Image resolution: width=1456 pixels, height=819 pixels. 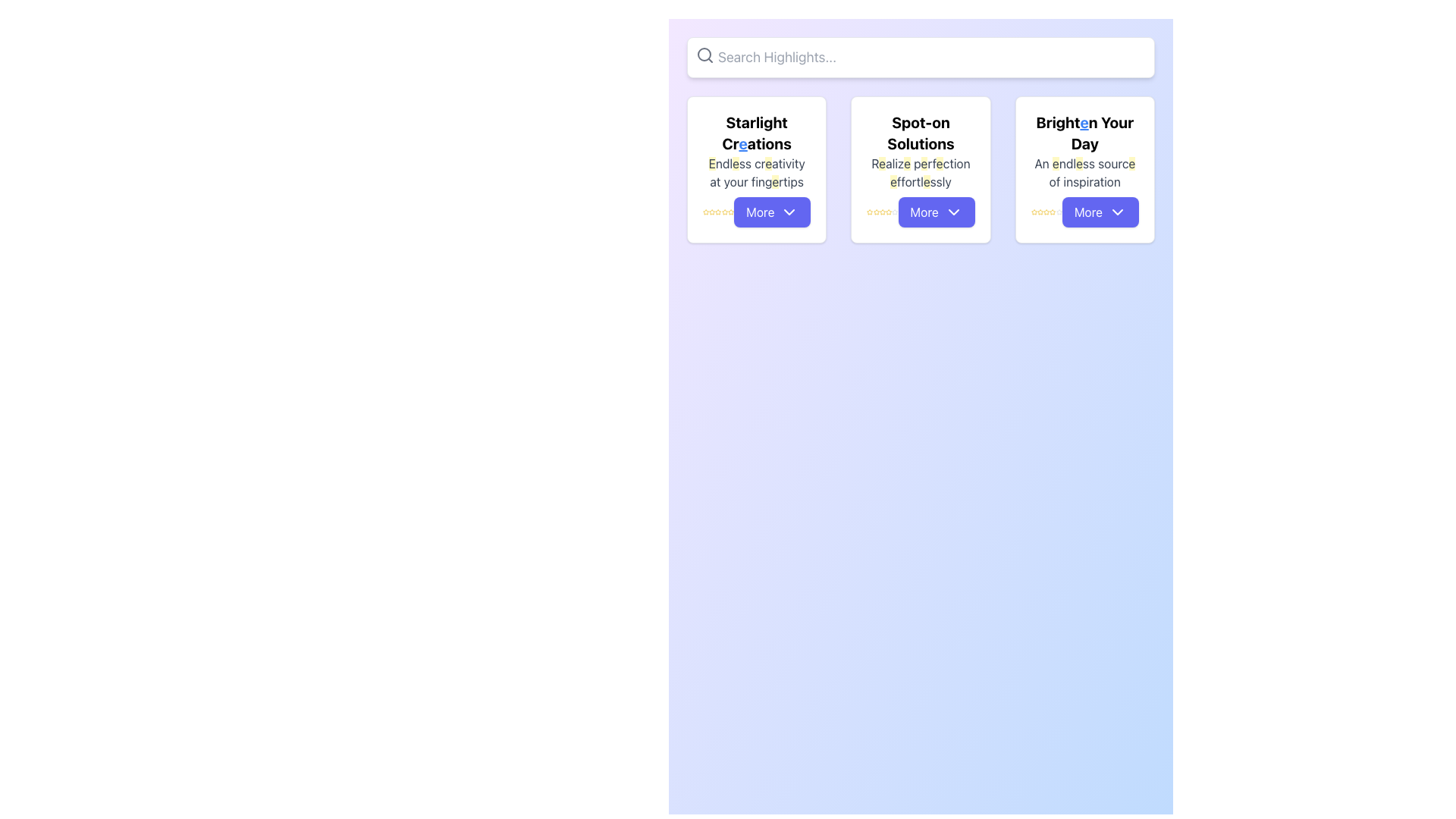 What do you see at coordinates (757, 133) in the screenshot?
I see `the text element displaying 'Starlight Creations', which is bold and larger than surrounding text, located at the top of the first card in a three-card row layout` at bounding box center [757, 133].